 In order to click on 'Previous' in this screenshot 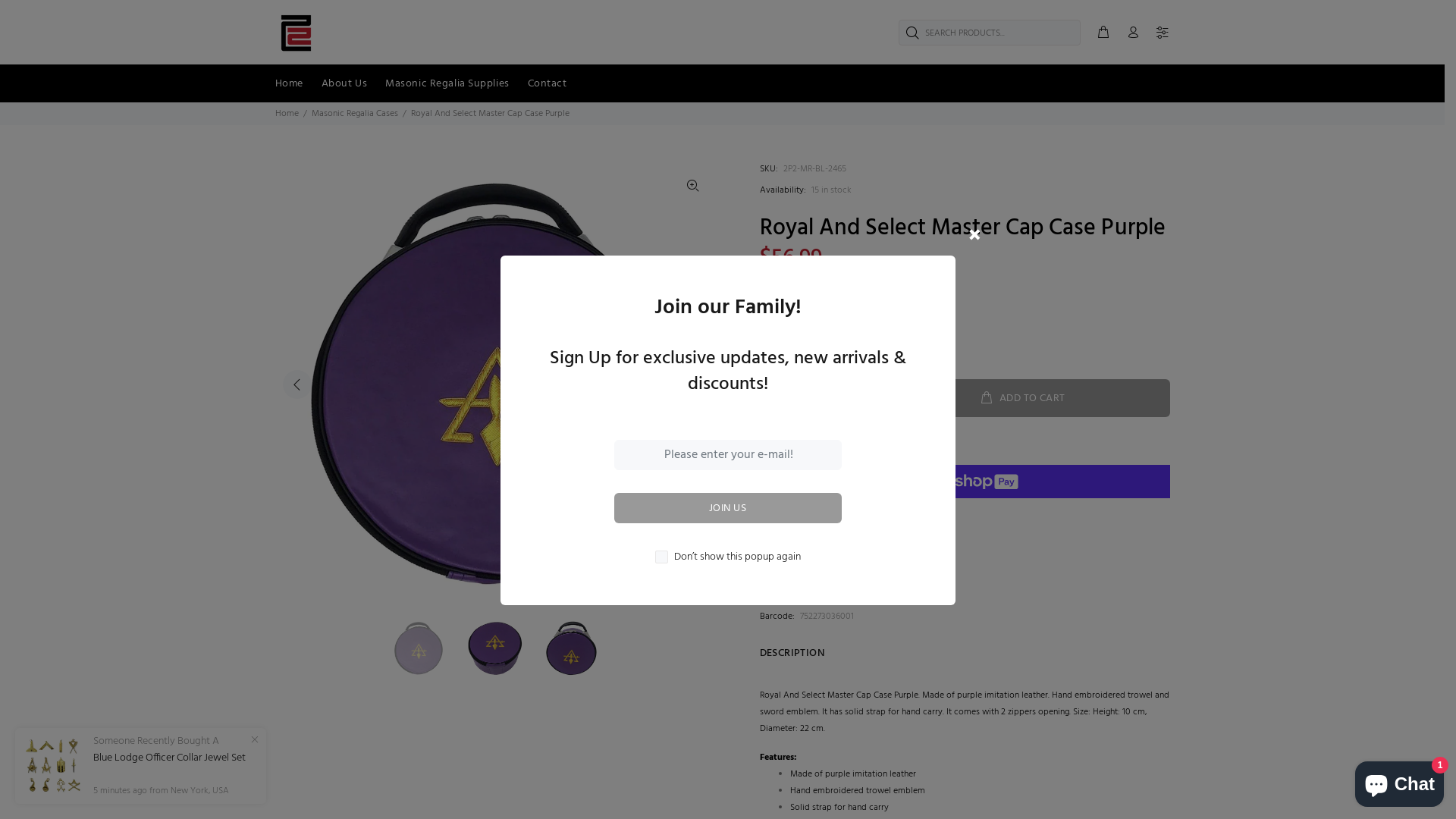, I will do `click(296, 383)`.